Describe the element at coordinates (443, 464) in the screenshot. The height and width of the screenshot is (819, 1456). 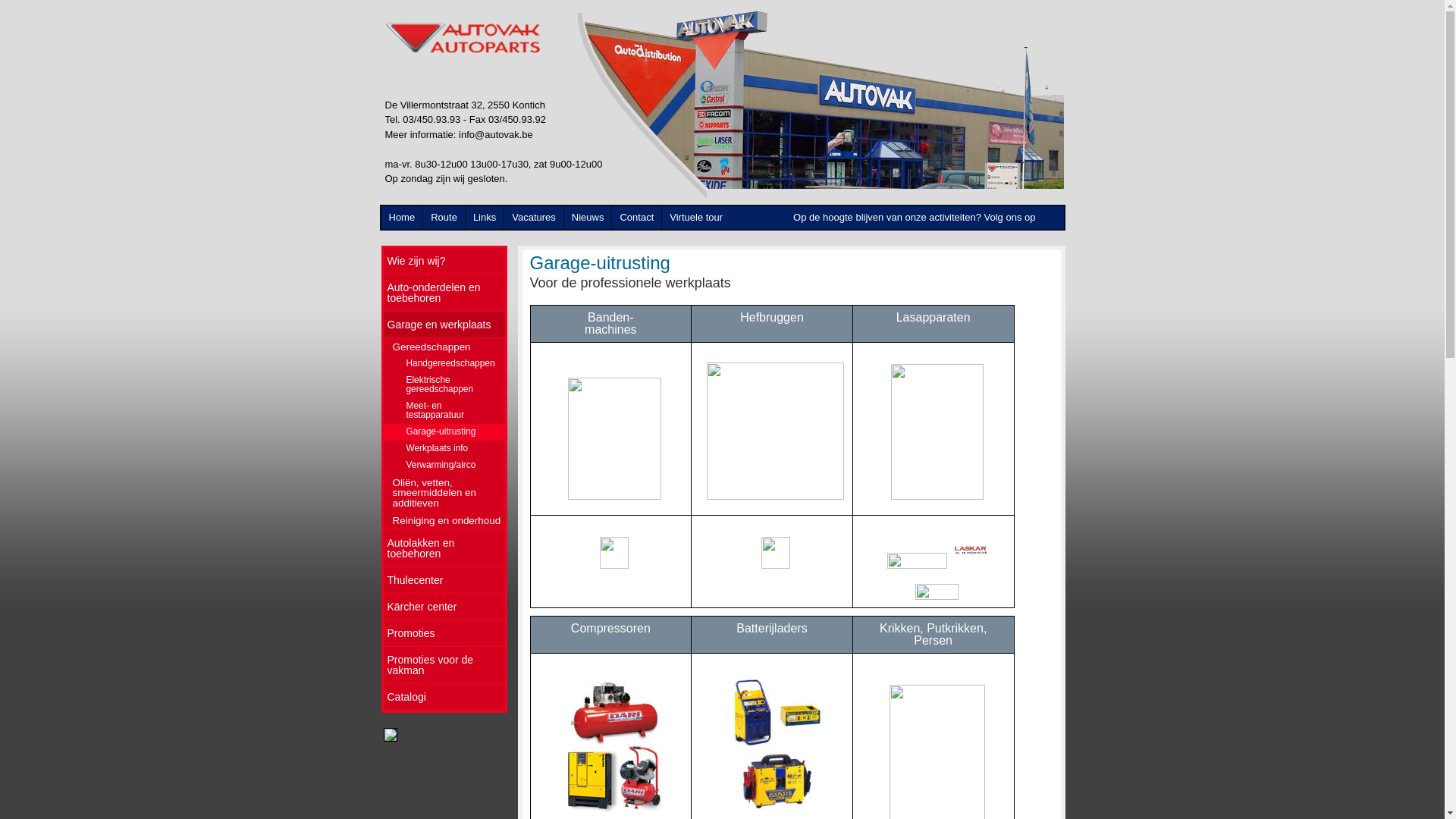
I see `'Verwarming/airco'` at that location.